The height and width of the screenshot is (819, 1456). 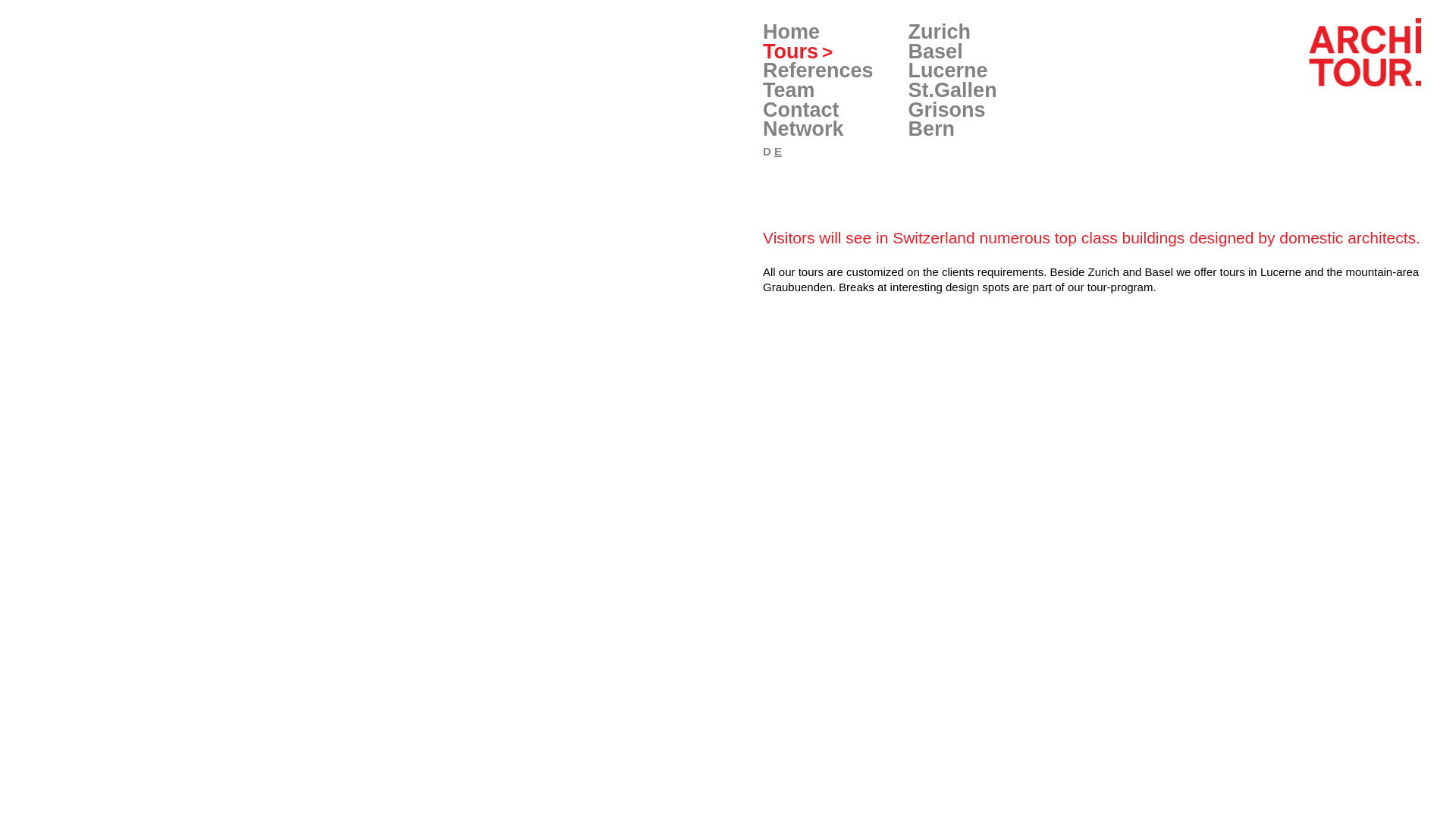 I want to click on 'References', so click(x=817, y=70).